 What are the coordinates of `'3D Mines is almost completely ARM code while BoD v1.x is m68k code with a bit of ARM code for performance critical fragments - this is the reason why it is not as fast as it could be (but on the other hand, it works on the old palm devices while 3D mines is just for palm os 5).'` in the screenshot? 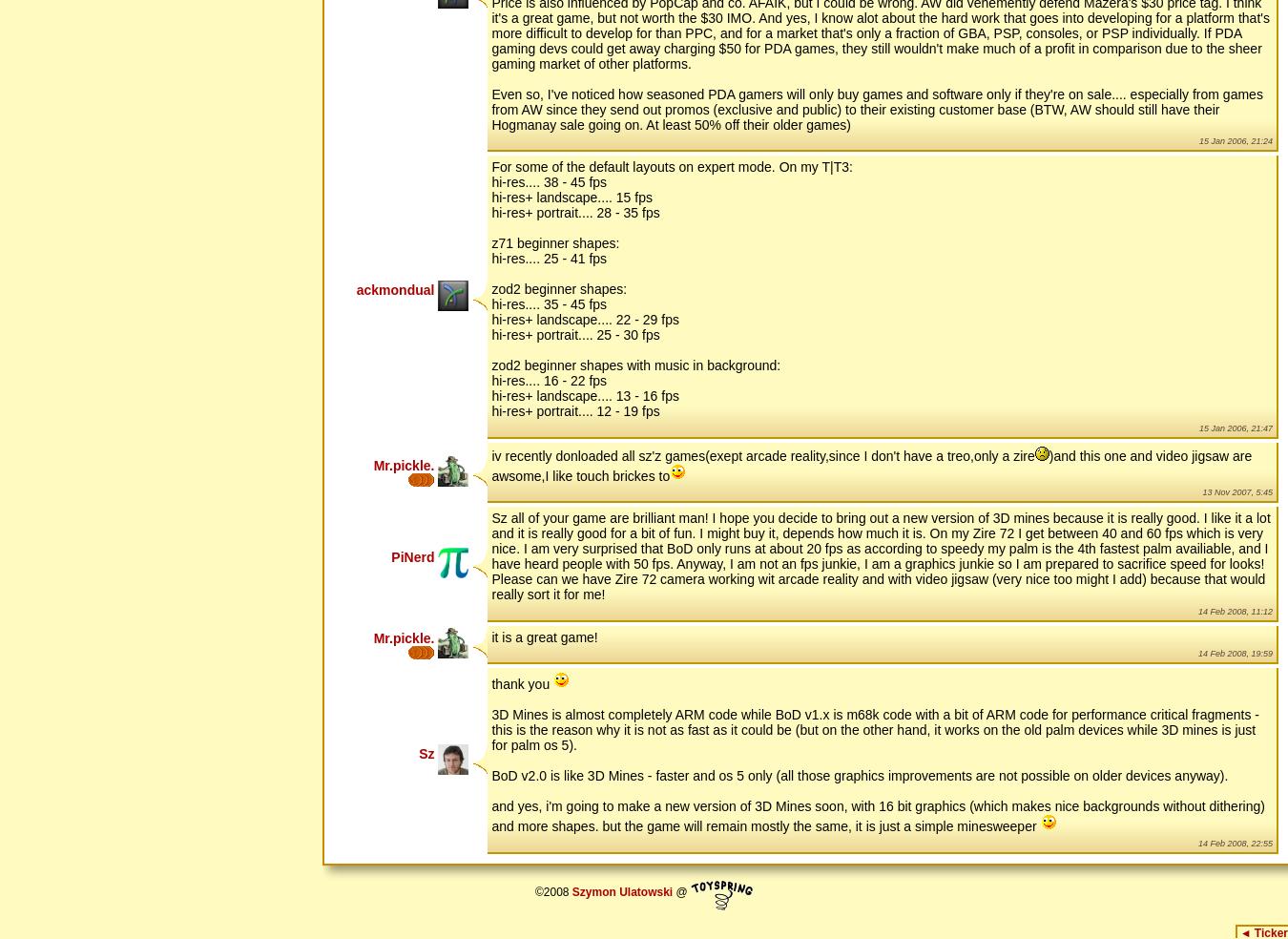 It's located at (874, 728).